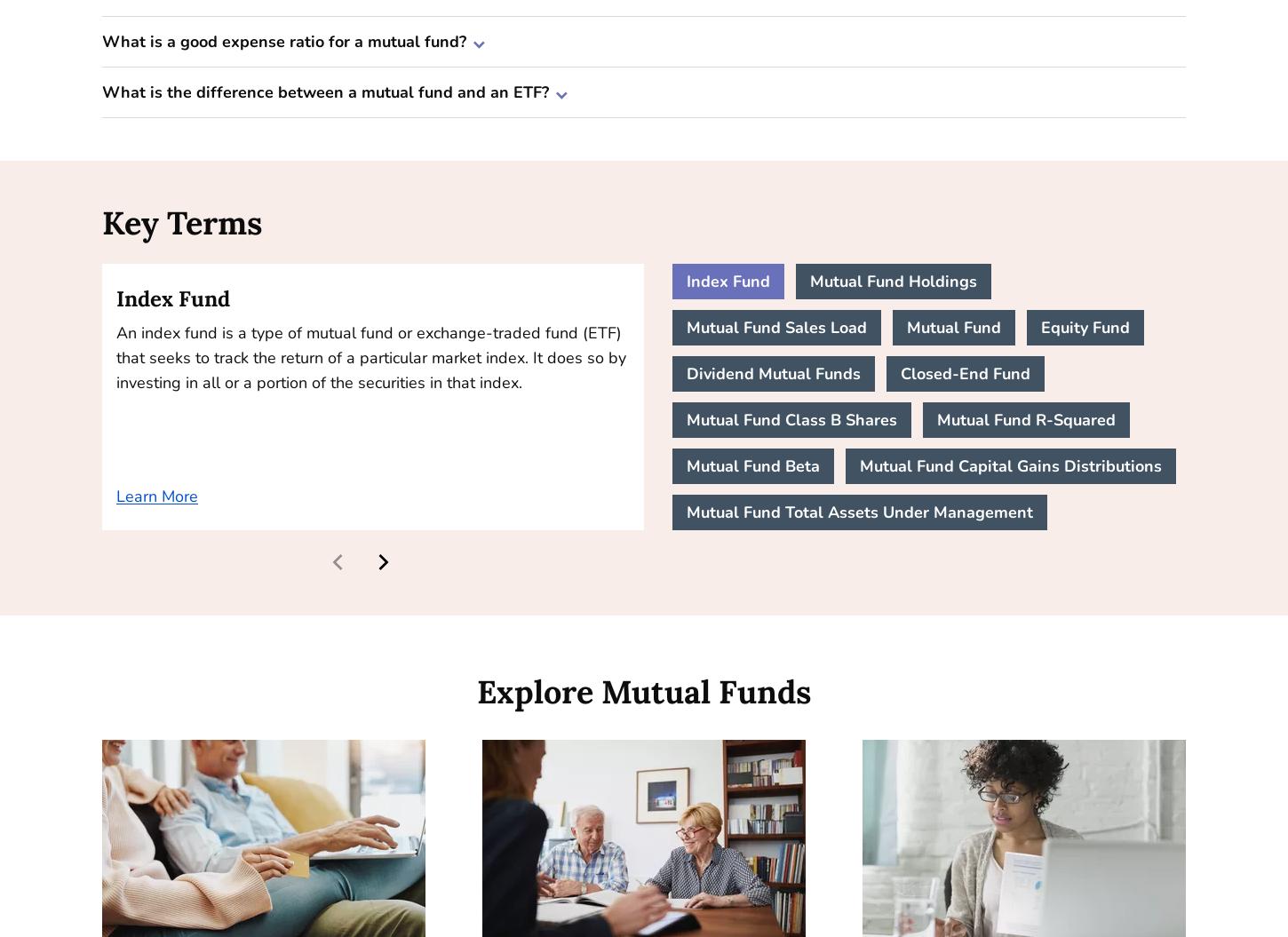 Image resolution: width=1288 pixels, height=937 pixels. Describe the element at coordinates (686, 419) in the screenshot. I see `'Mutual Fund Class B Shares'` at that location.